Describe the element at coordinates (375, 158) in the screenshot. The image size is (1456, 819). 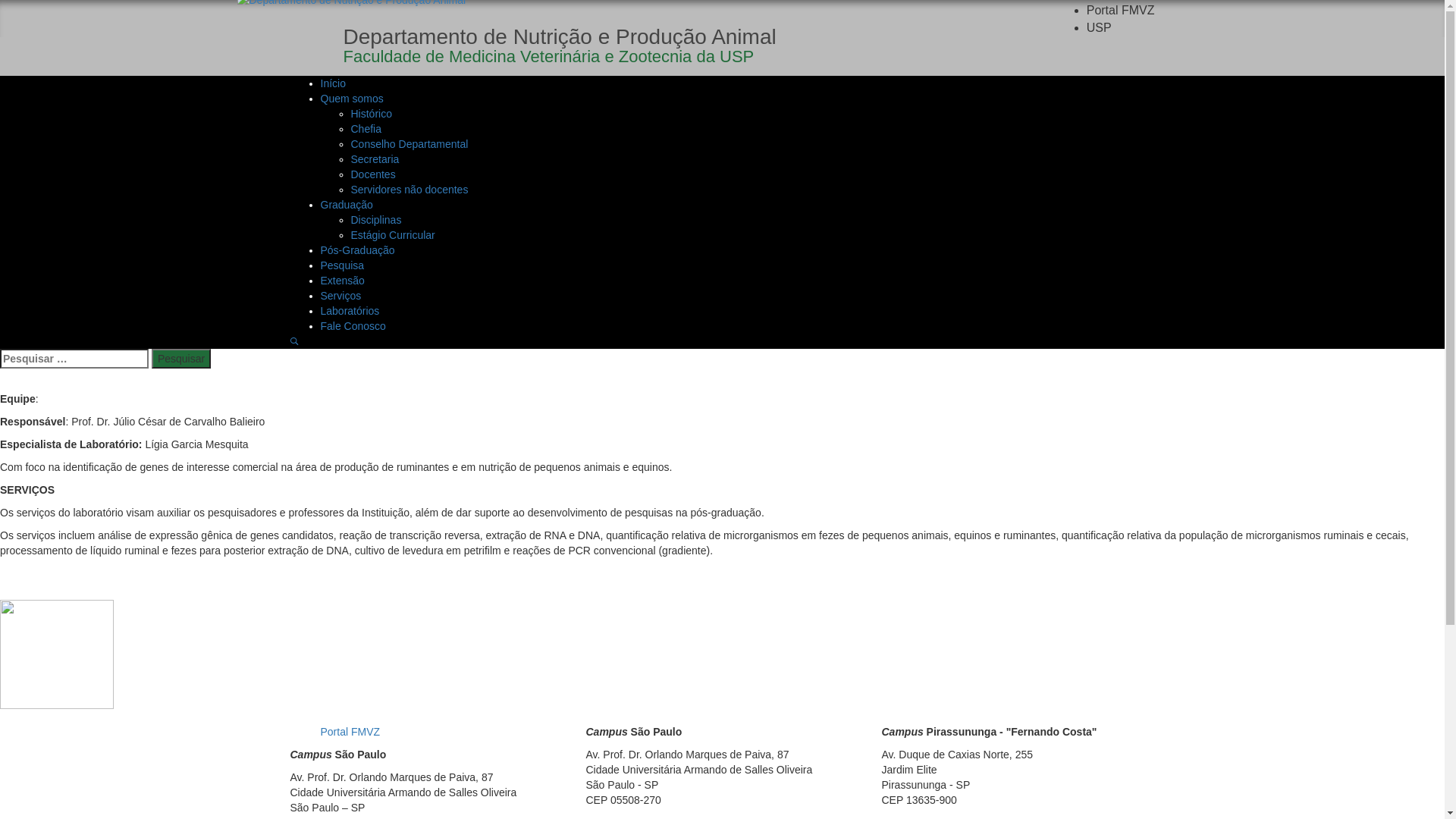
I see `'Secretaria'` at that location.